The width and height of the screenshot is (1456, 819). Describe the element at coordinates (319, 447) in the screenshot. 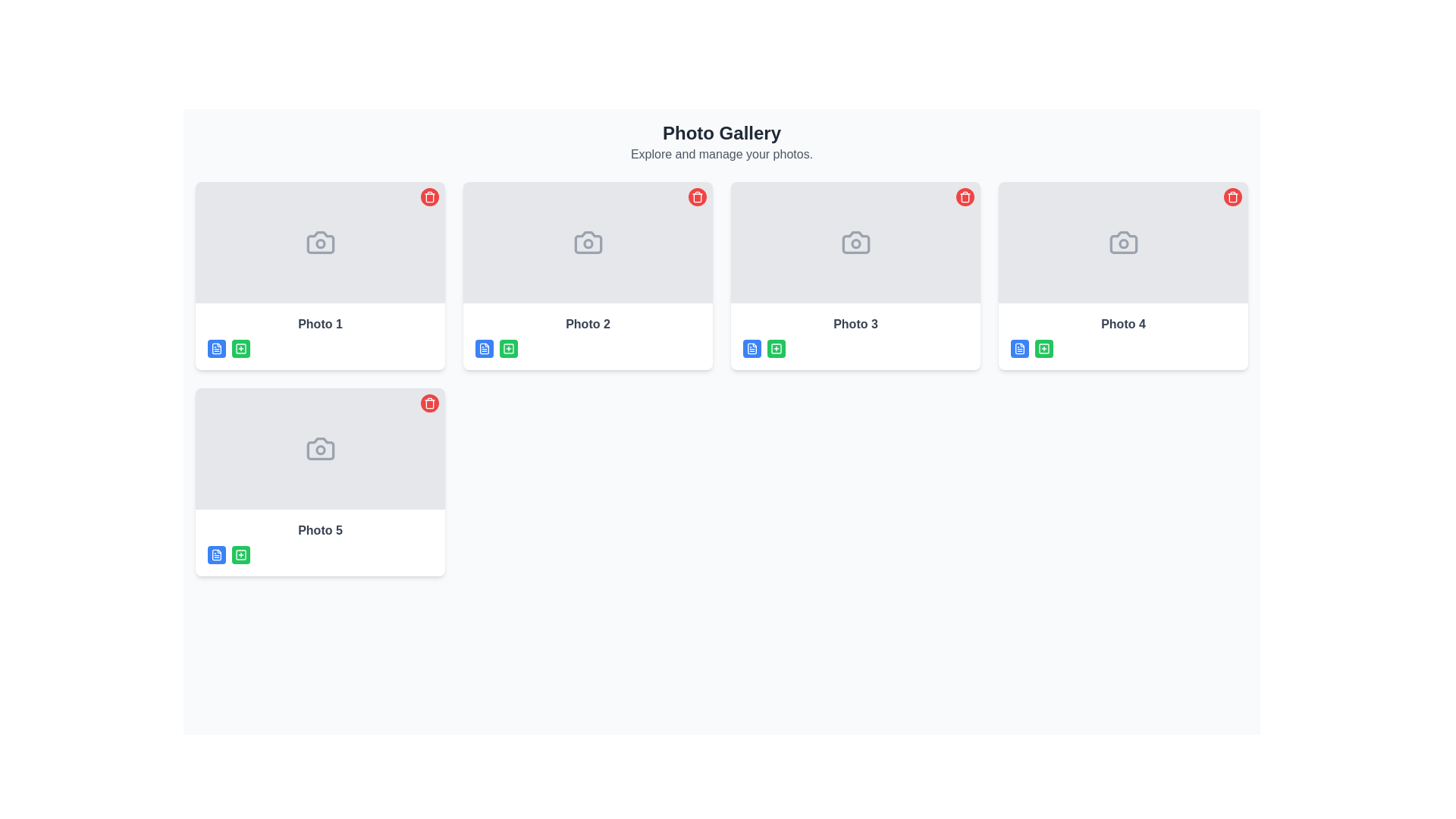

I see `the image placeholder or camera icon with indicator located at the top section of the card labeled 'Photo 5'` at that location.